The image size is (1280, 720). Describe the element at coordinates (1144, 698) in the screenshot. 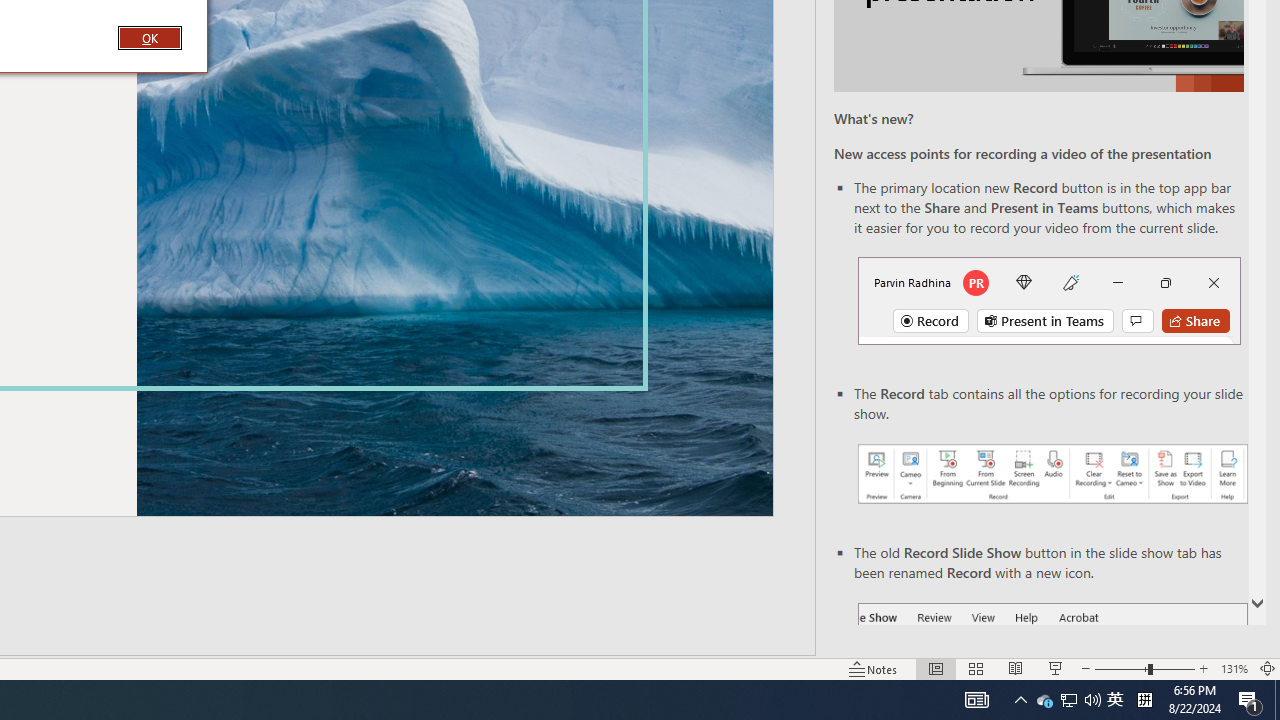

I see `'Tray Input Indicator - Chinese (Simplified, China)'` at that location.